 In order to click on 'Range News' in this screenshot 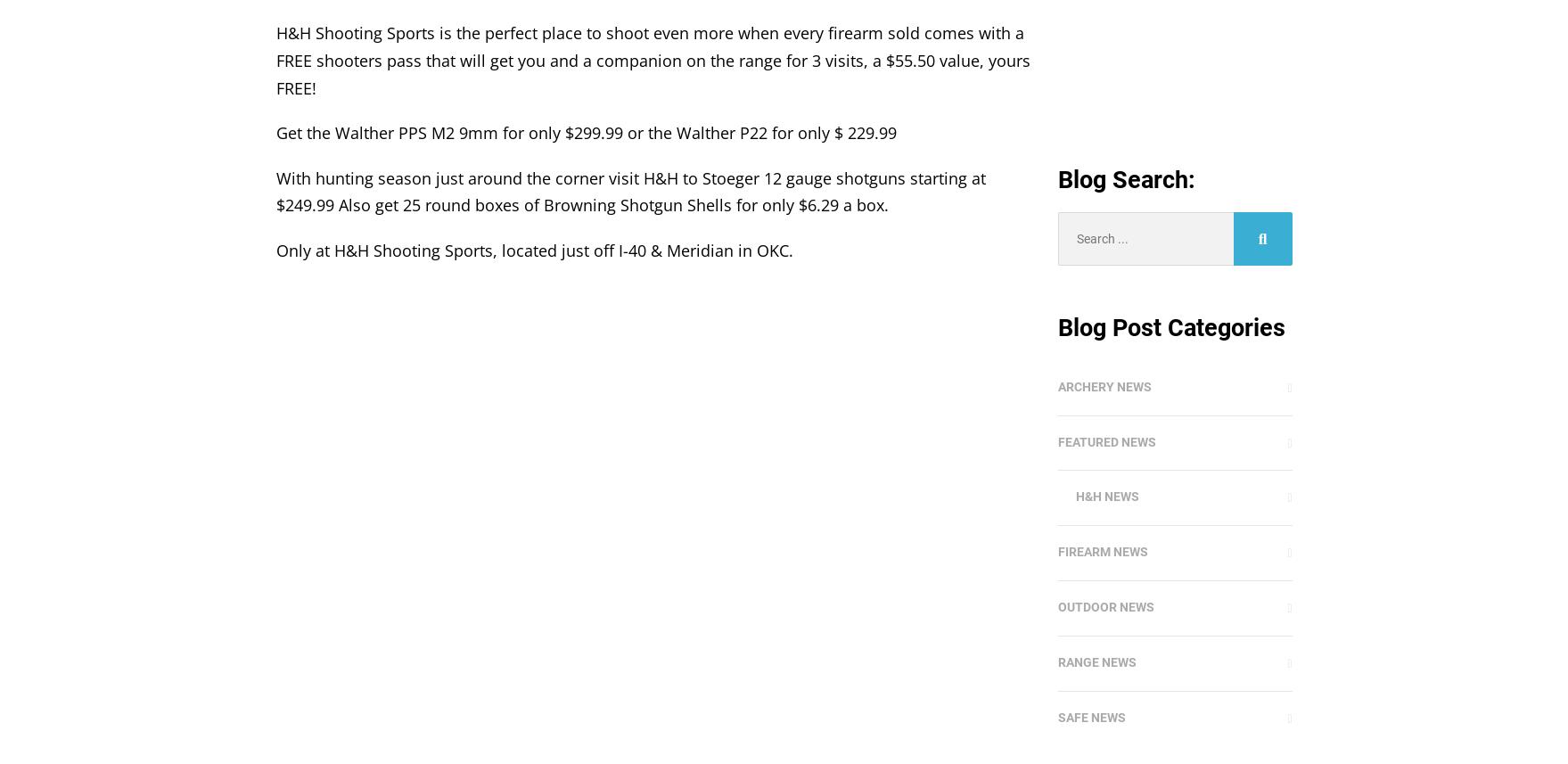, I will do `click(1096, 660)`.